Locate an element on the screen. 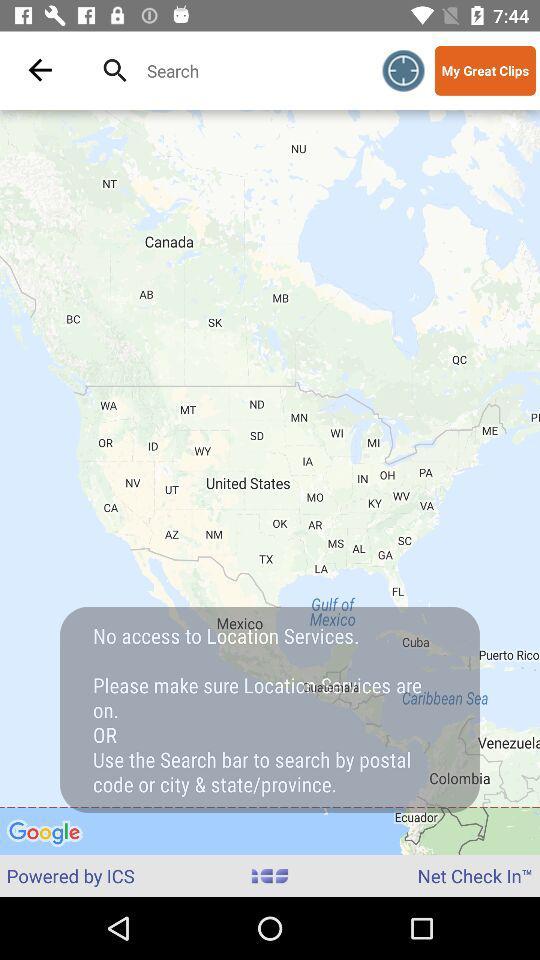 The height and width of the screenshot is (960, 540). my great clips item is located at coordinates (484, 70).